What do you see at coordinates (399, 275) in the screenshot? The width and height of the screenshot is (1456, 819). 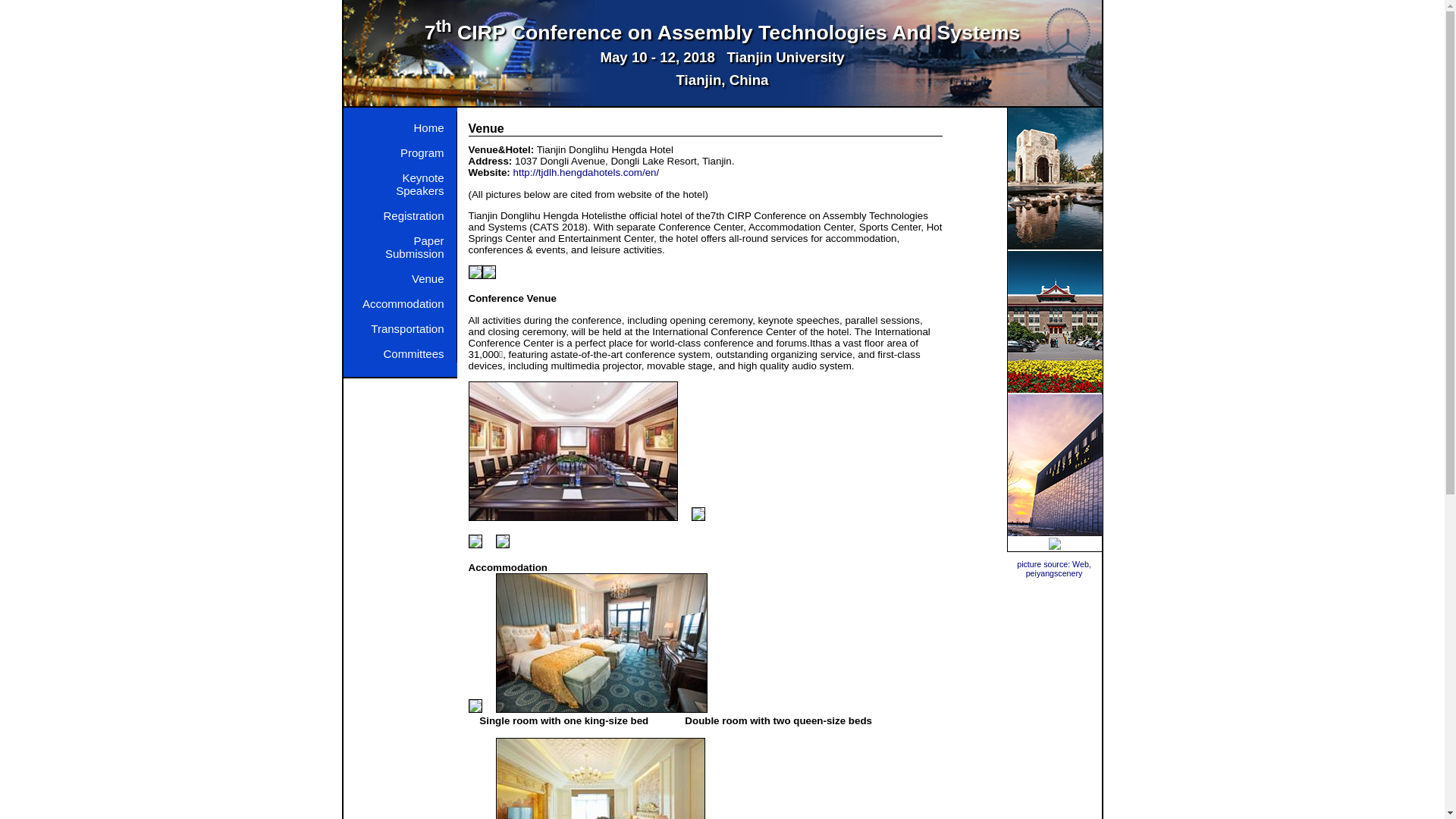 I see `'Venue'` at bounding box center [399, 275].